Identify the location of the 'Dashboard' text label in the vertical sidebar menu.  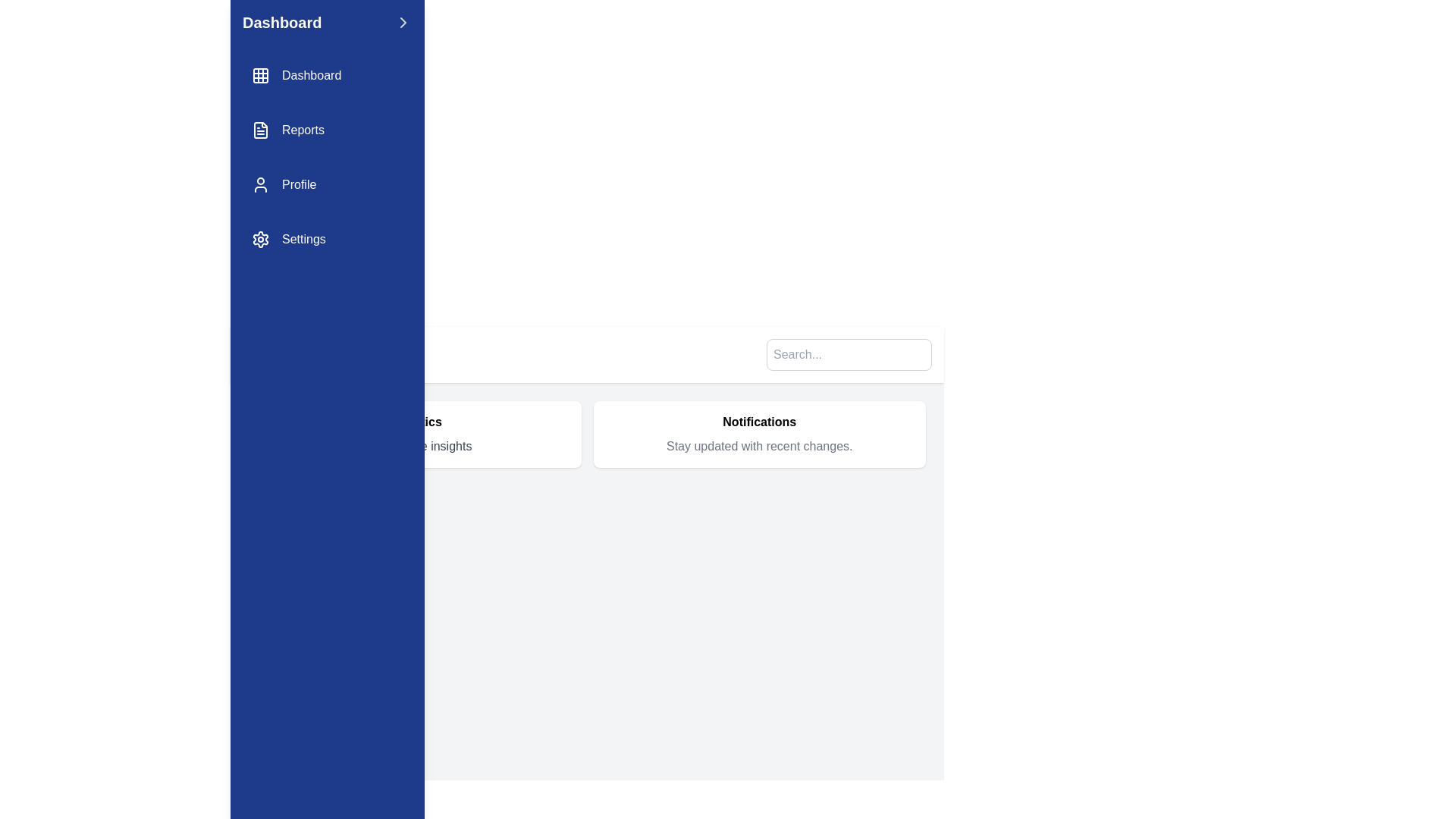
(311, 76).